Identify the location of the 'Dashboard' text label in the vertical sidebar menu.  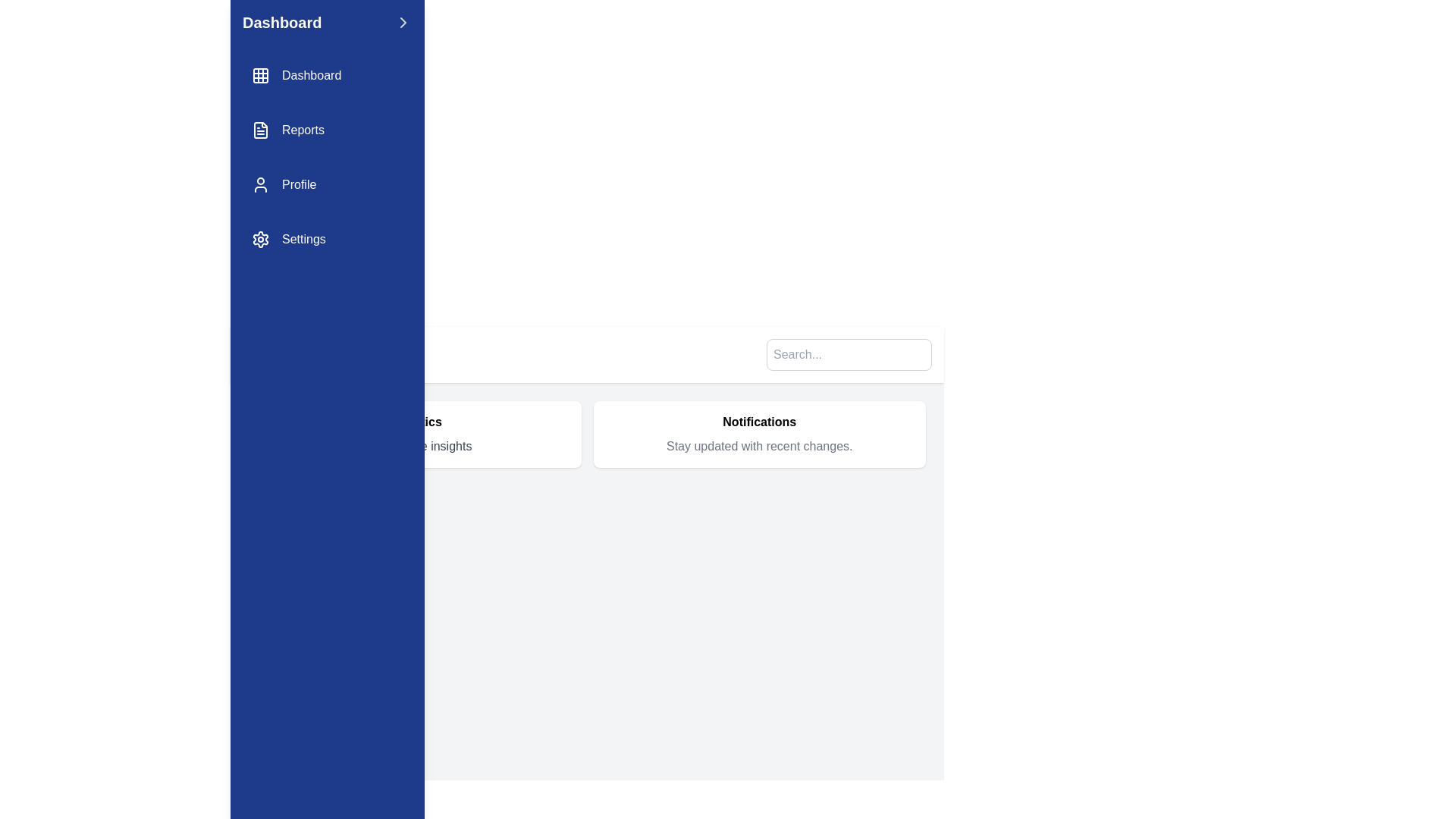
(311, 76).